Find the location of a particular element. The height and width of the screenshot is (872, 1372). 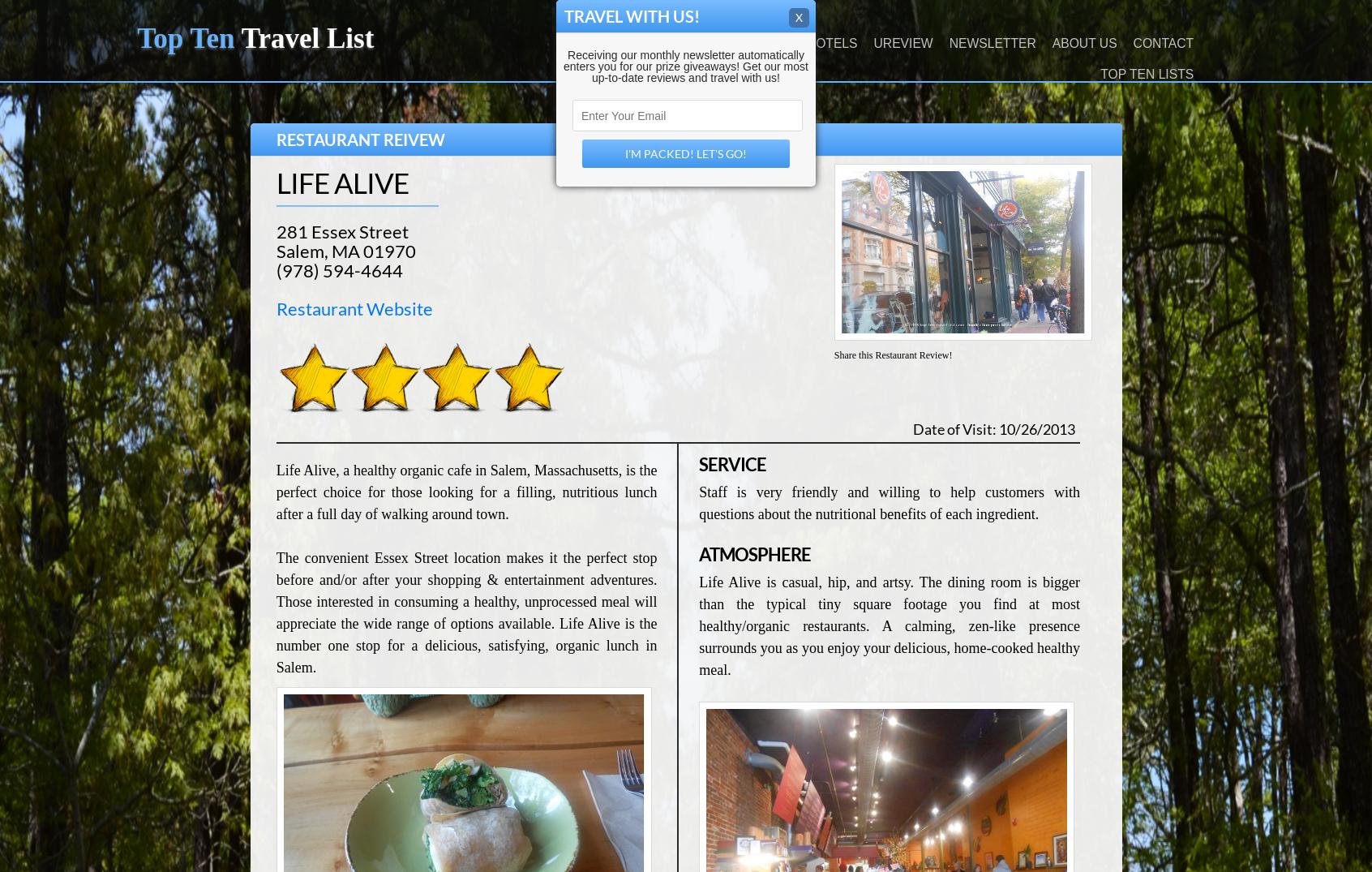

'Travel With Us!' is located at coordinates (631, 15).